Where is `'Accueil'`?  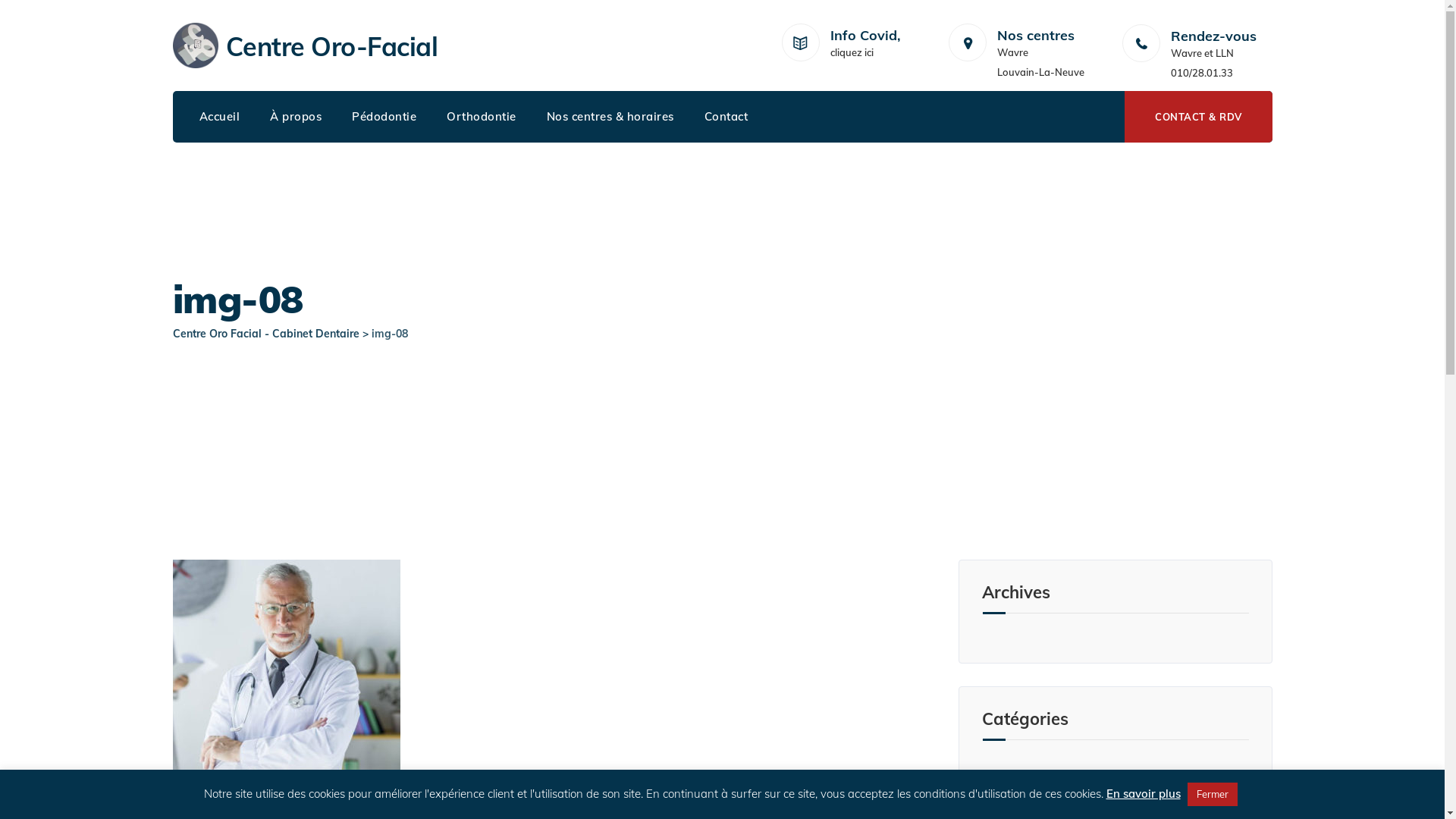
'Accueil' is located at coordinates (218, 116).